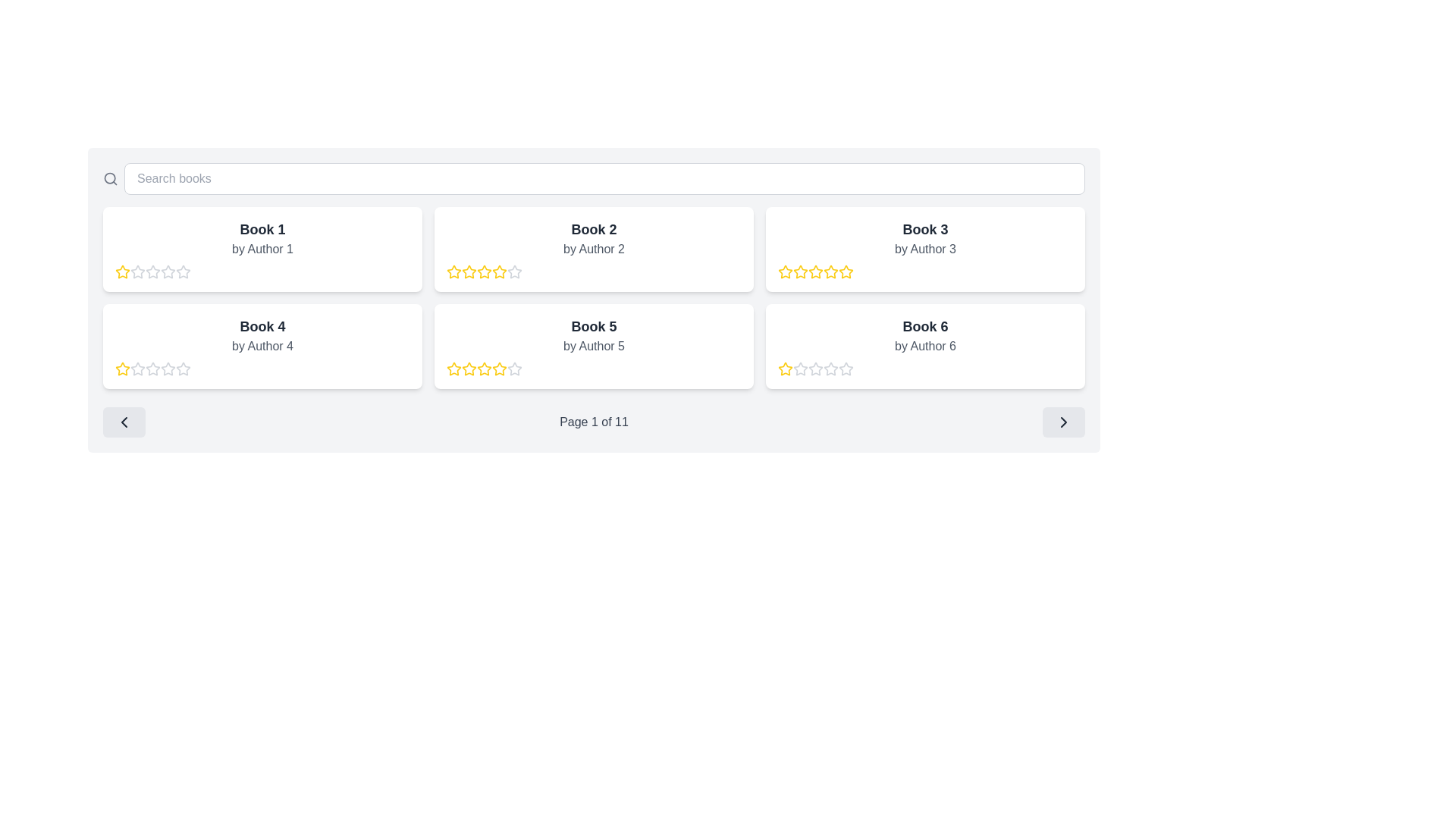 The width and height of the screenshot is (1456, 819). What do you see at coordinates (846, 369) in the screenshot?
I see `third interactive rating star icon for the book 'Book 6', which is part of a horizontal group of rating icons` at bounding box center [846, 369].